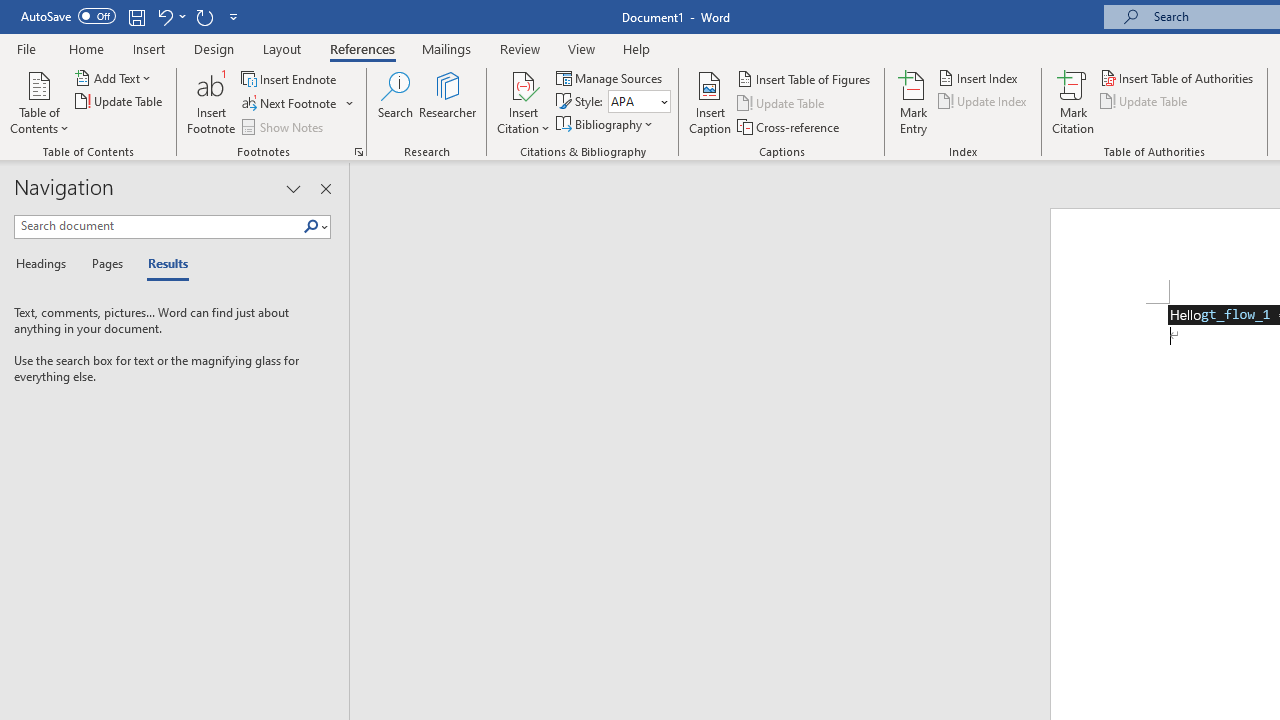  What do you see at coordinates (170, 16) in the screenshot?
I see `'Undo Underline Style'` at bounding box center [170, 16].